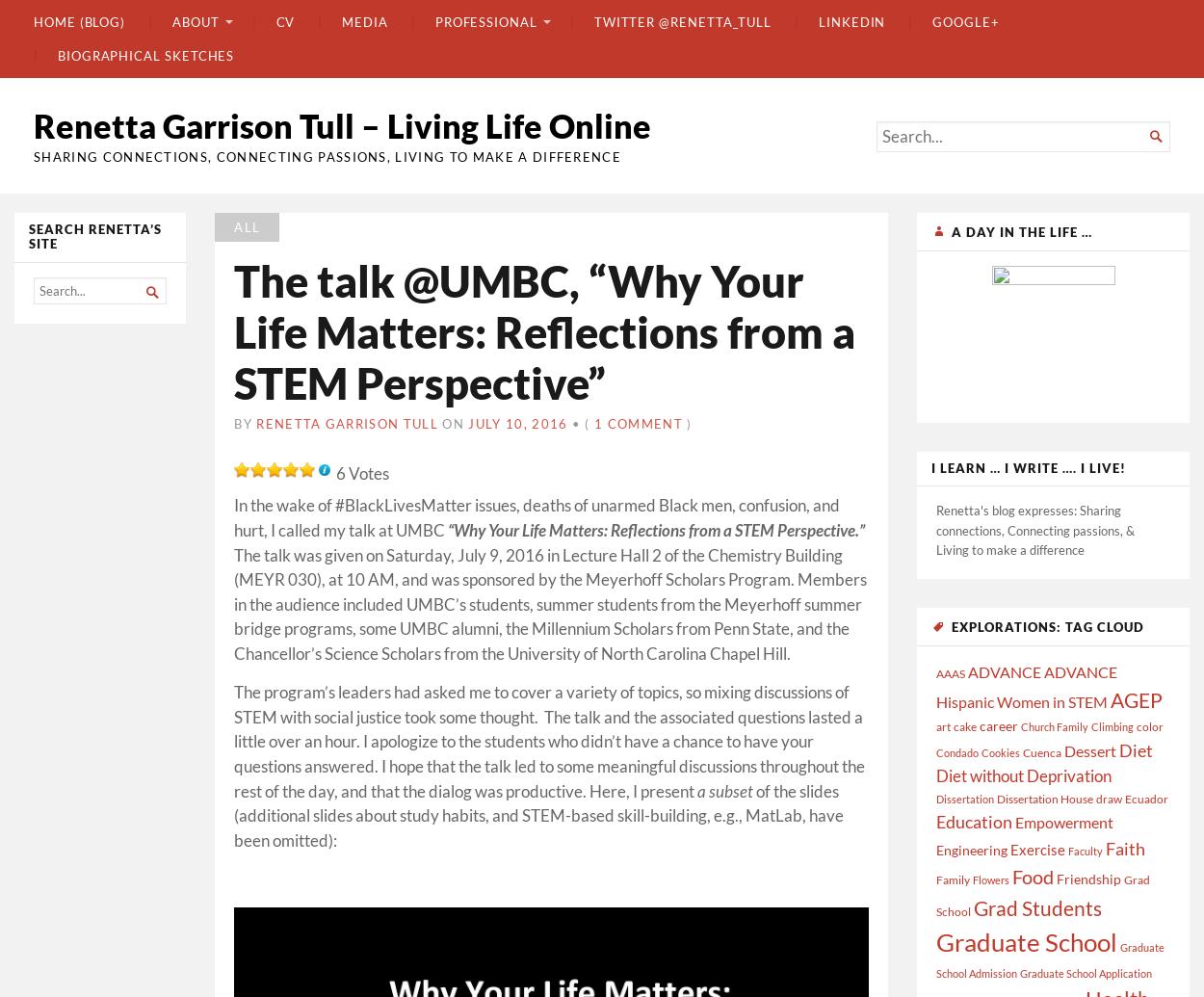 The image size is (1204, 997). I want to click on 'AGEP', so click(1137, 697).